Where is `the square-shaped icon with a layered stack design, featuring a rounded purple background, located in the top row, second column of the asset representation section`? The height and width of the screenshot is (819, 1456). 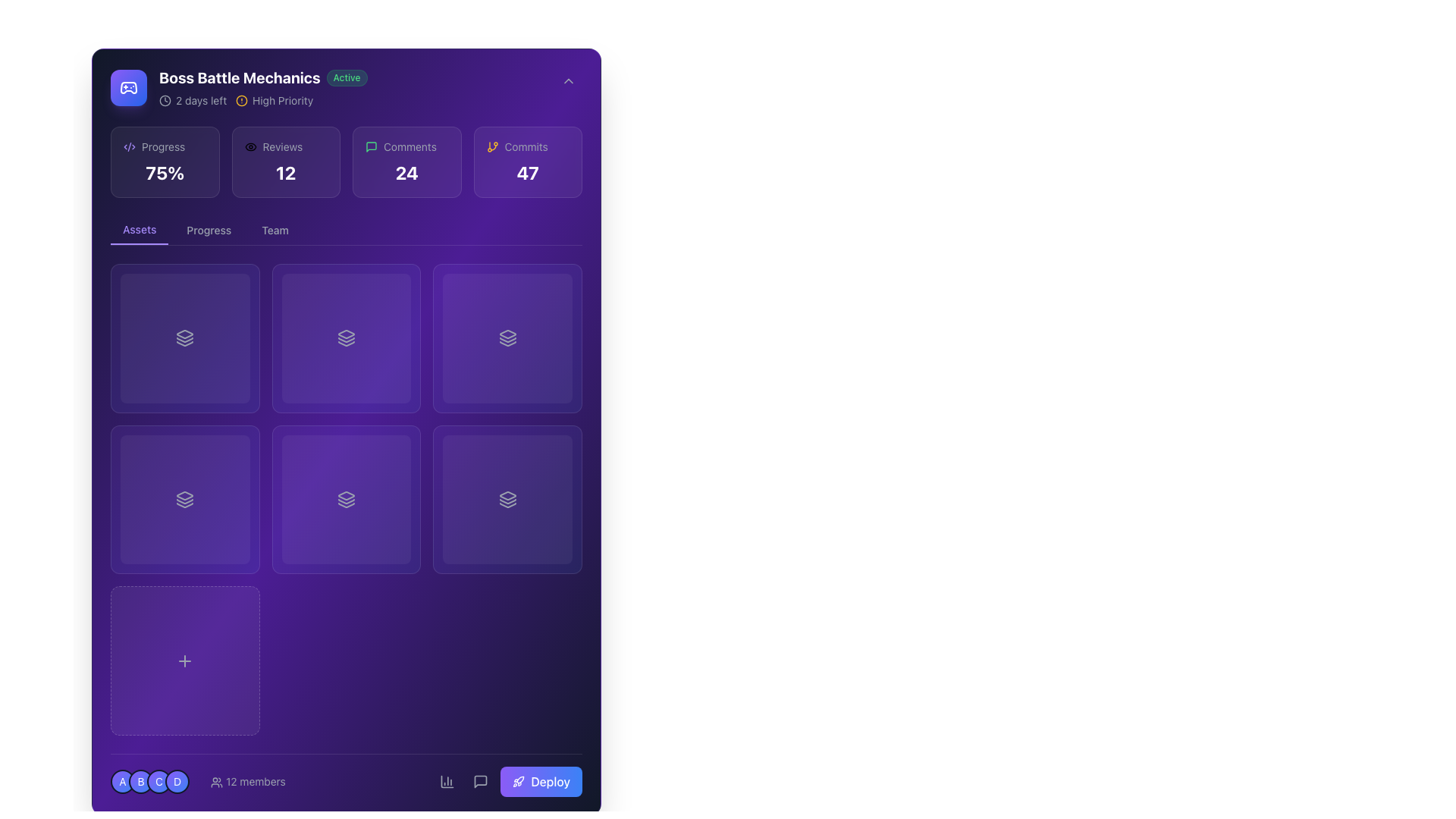
the square-shaped icon with a layered stack design, featuring a rounded purple background, located in the top row, second column of the asset representation section is located at coordinates (345, 337).